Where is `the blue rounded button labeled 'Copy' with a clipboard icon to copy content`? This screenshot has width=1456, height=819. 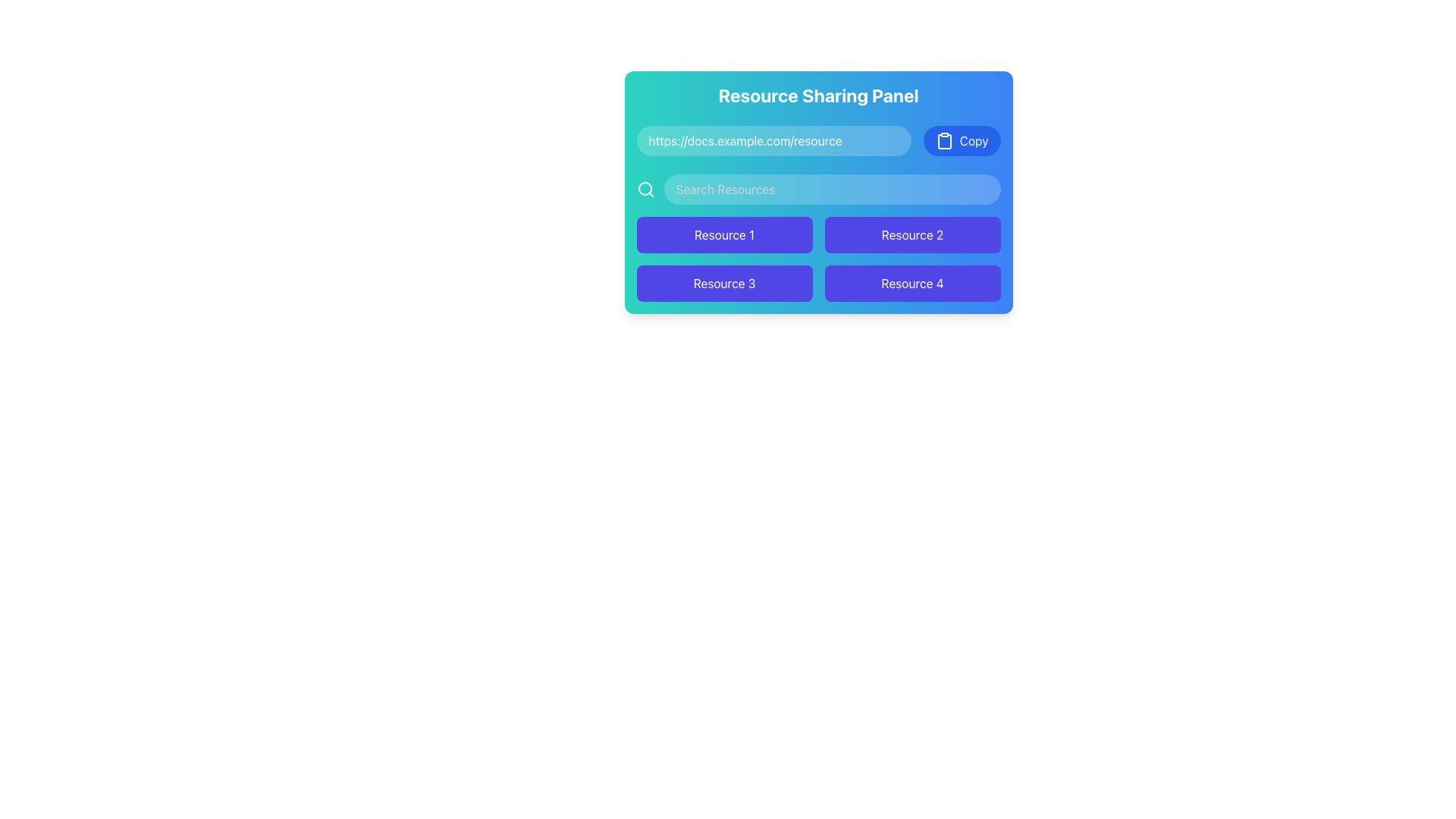
the blue rounded button labeled 'Copy' with a clipboard icon to copy content is located at coordinates (960, 140).